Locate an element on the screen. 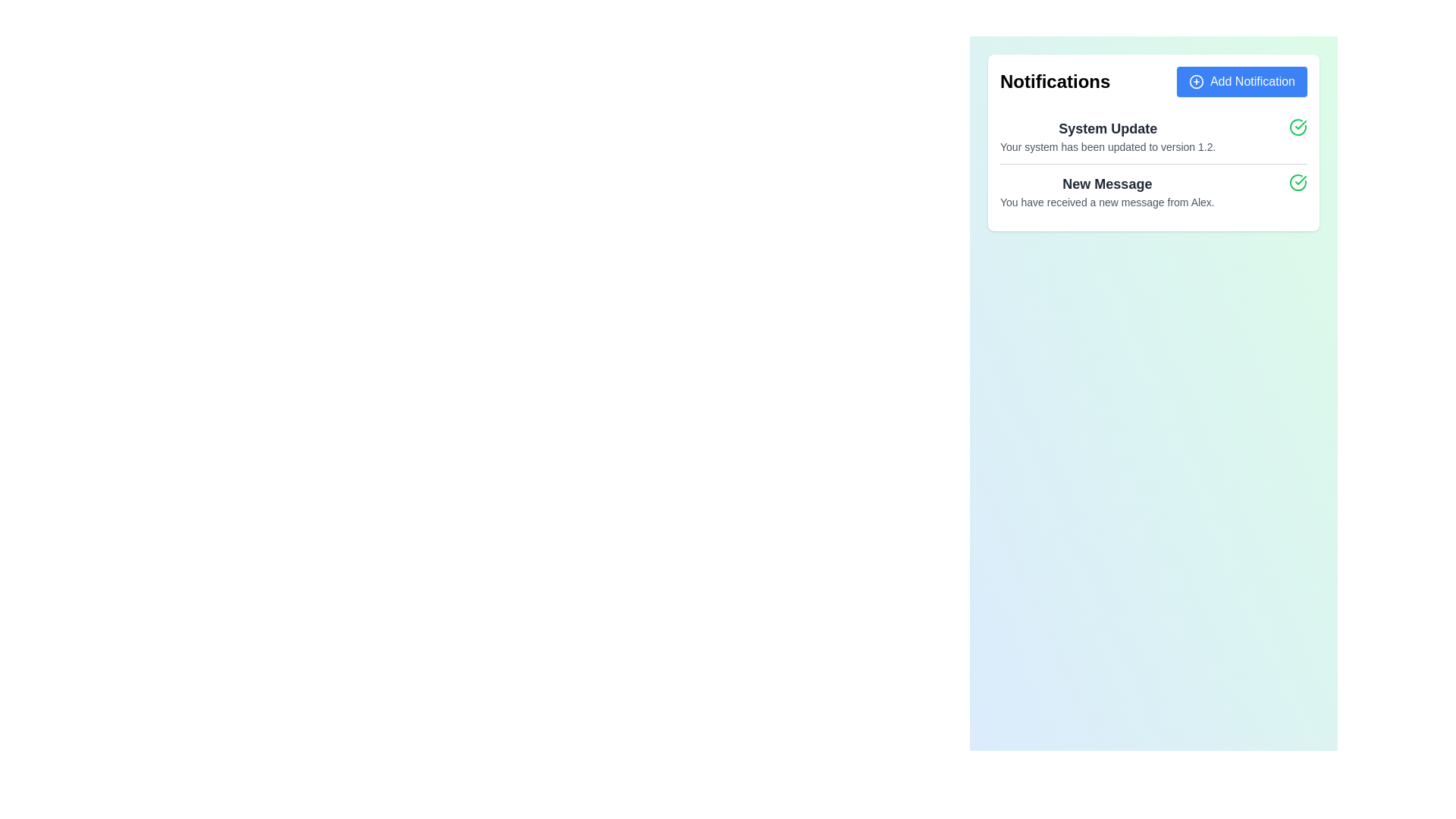 This screenshot has width=1456, height=819. the 'New Message' text label, which is styled in a larger, bold font and dark gray color, serving as a header for the notification card is located at coordinates (1107, 184).